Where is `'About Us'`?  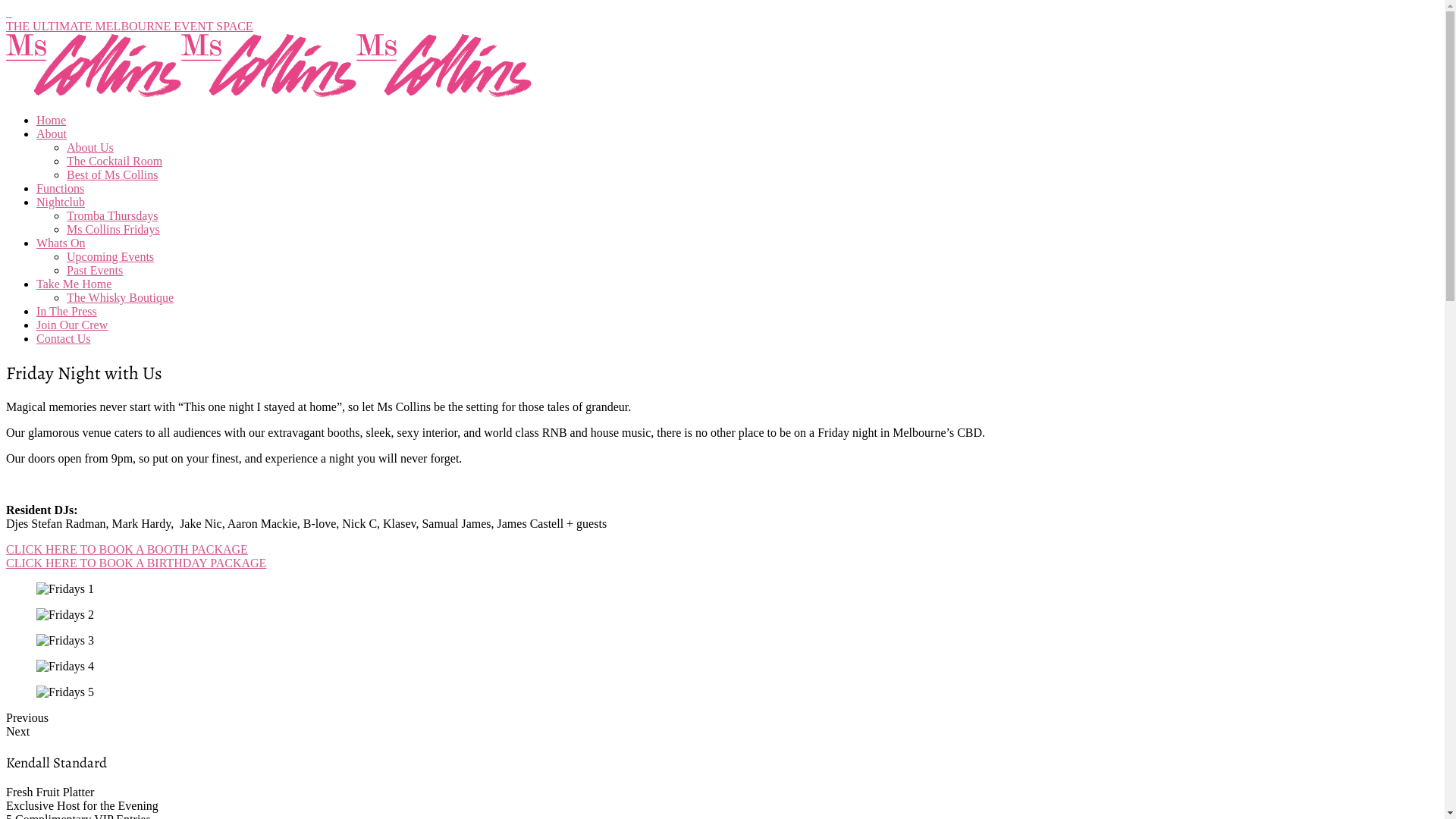 'About Us' is located at coordinates (89, 147).